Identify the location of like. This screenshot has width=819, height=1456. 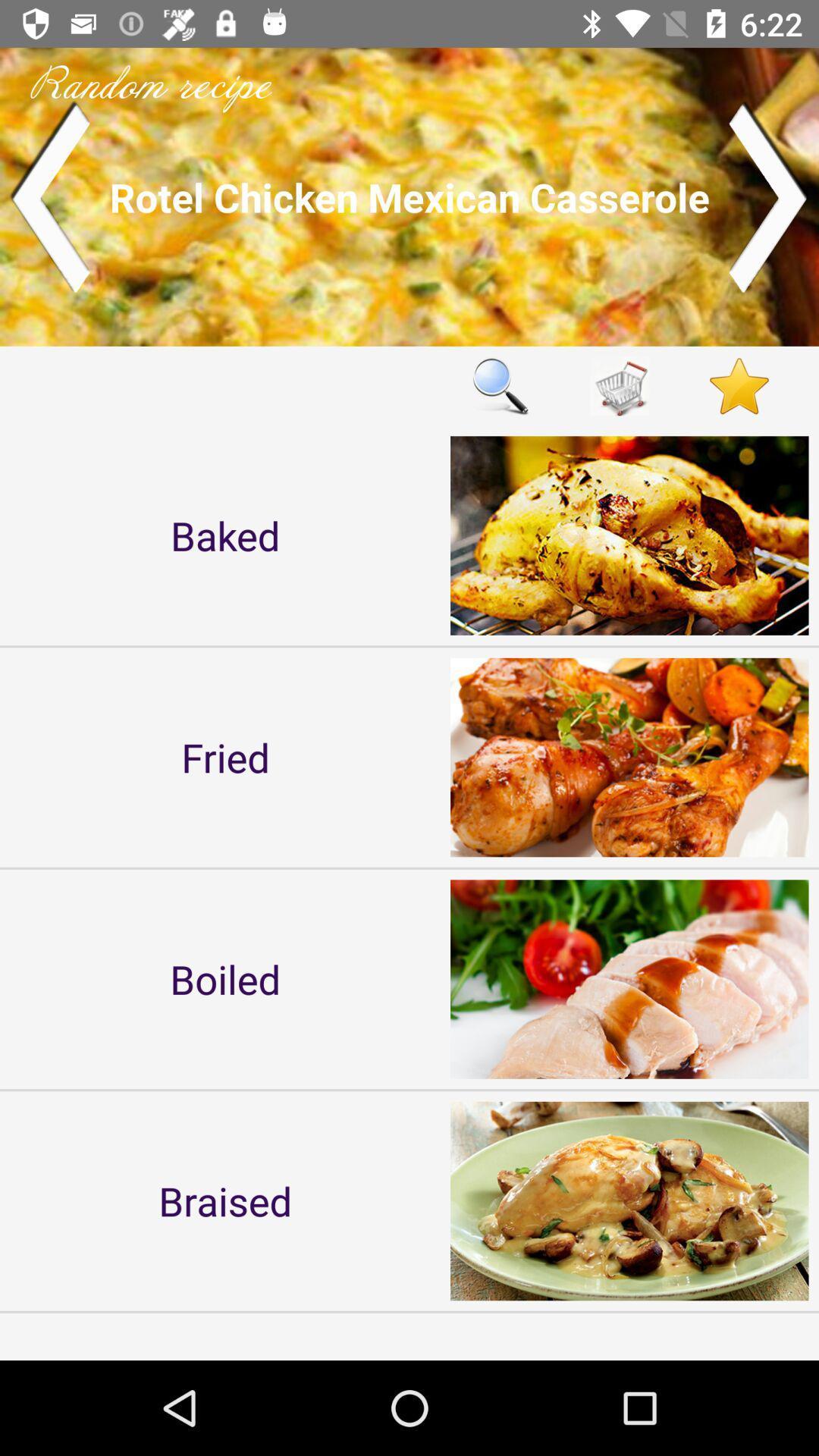
(739, 386).